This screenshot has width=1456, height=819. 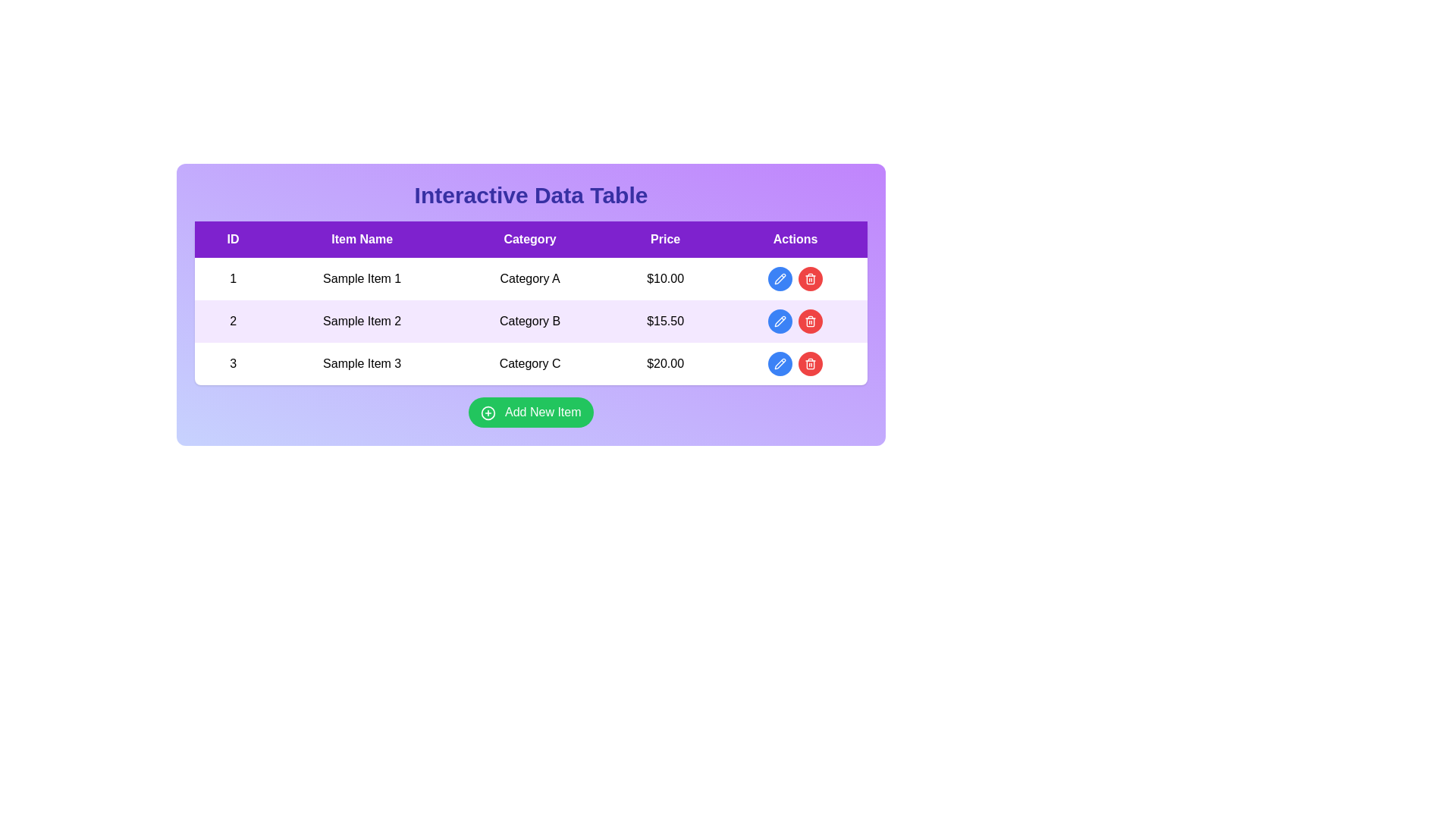 I want to click on the table cell representing the category for the item labeled 'Sample Item 3', located in the third row and third column of the table, so click(x=530, y=363).